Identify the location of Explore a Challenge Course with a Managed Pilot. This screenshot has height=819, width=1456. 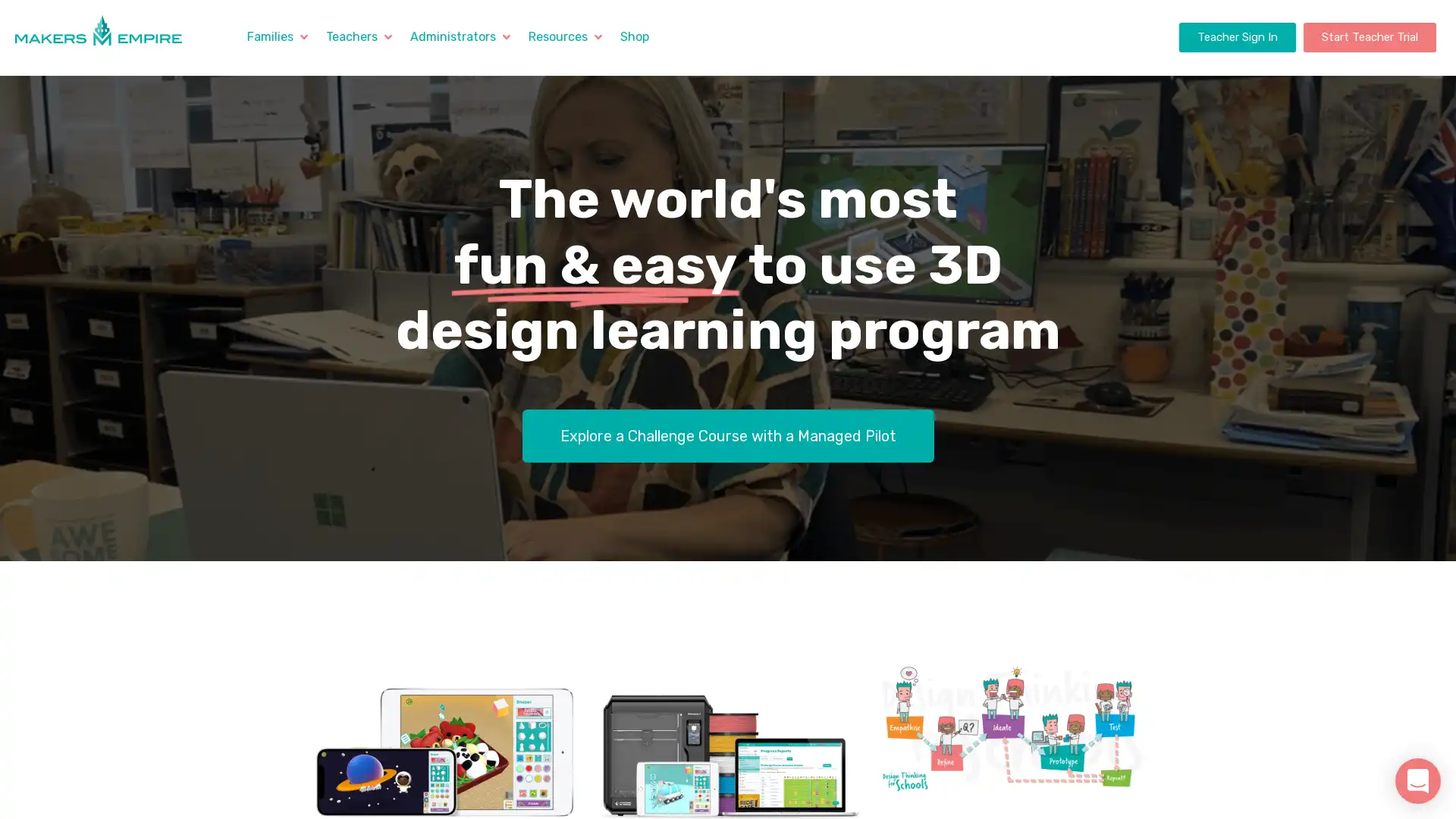
(726, 435).